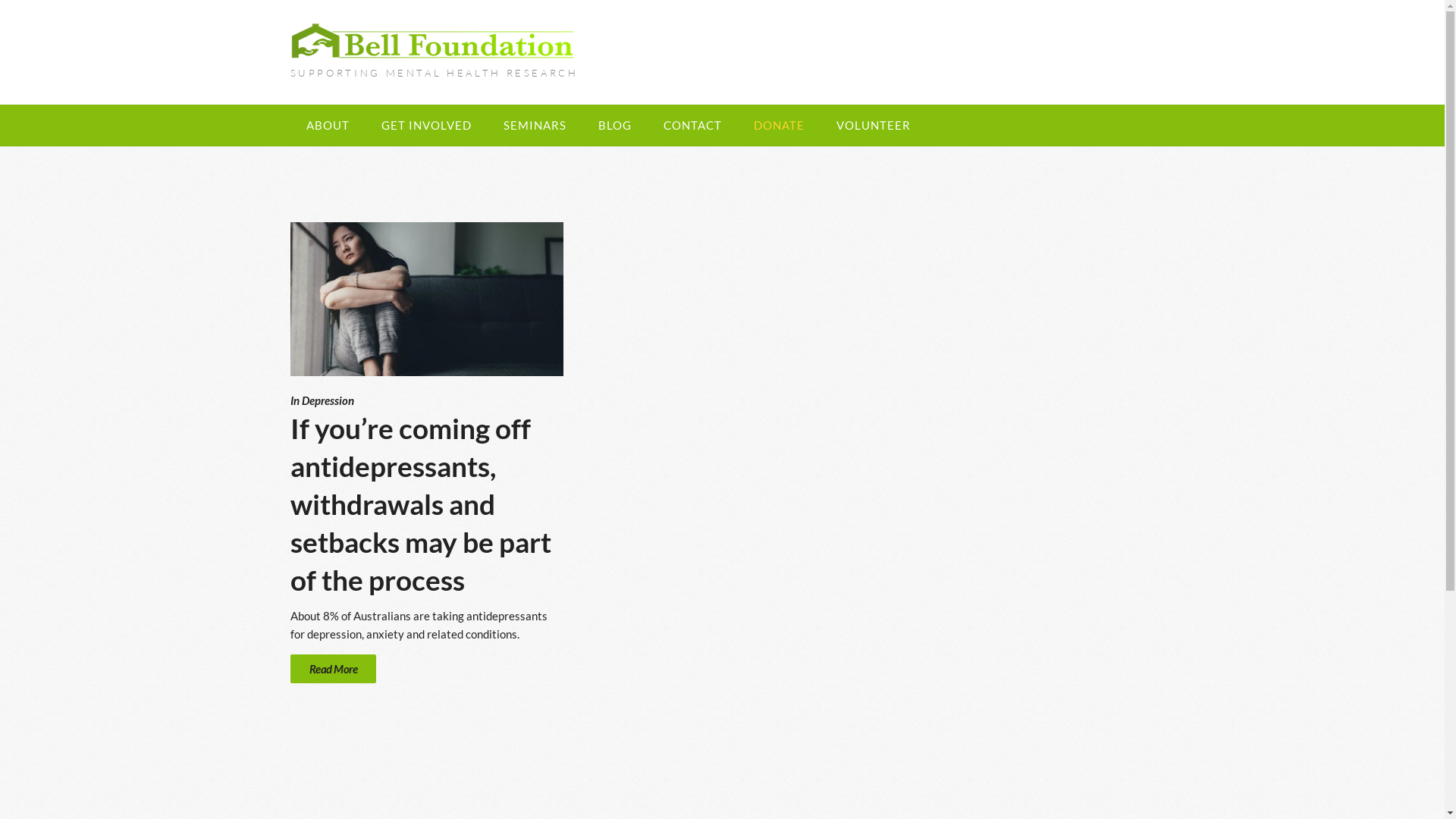 This screenshot has height=819, width=1456. What do you see at coordinates (692, 124) in the screenshot?
I see `'CONTACT'` at bounding box center [692, 124].